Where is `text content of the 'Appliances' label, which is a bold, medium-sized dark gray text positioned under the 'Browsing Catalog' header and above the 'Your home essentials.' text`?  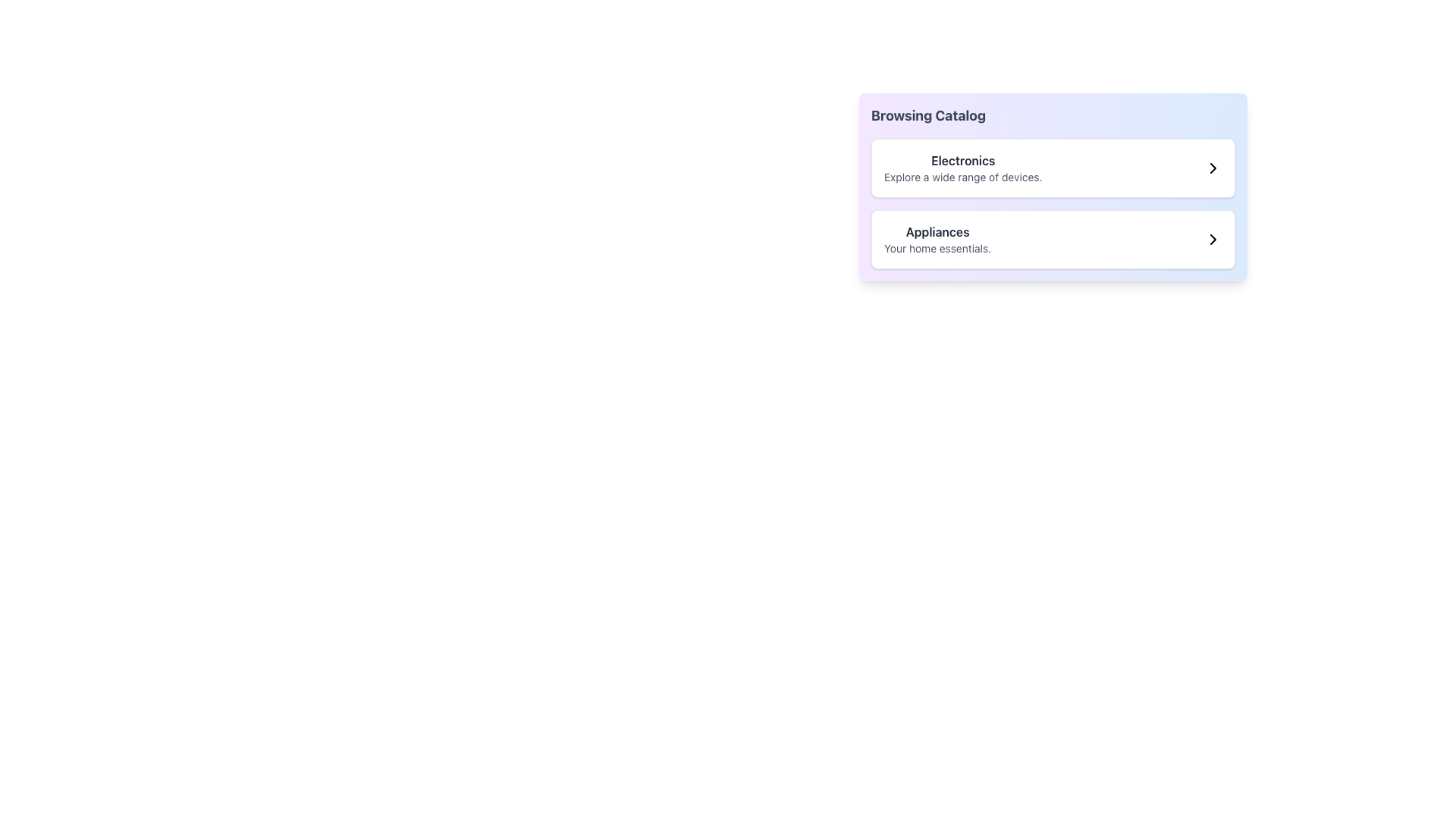
text content of the 'Appliances' label, which is a bold, medium-sized dark gray text positioned under the 'Browsing Catalog' header and above the 'Your home essentials.' text is located at coordinates (937, 231).